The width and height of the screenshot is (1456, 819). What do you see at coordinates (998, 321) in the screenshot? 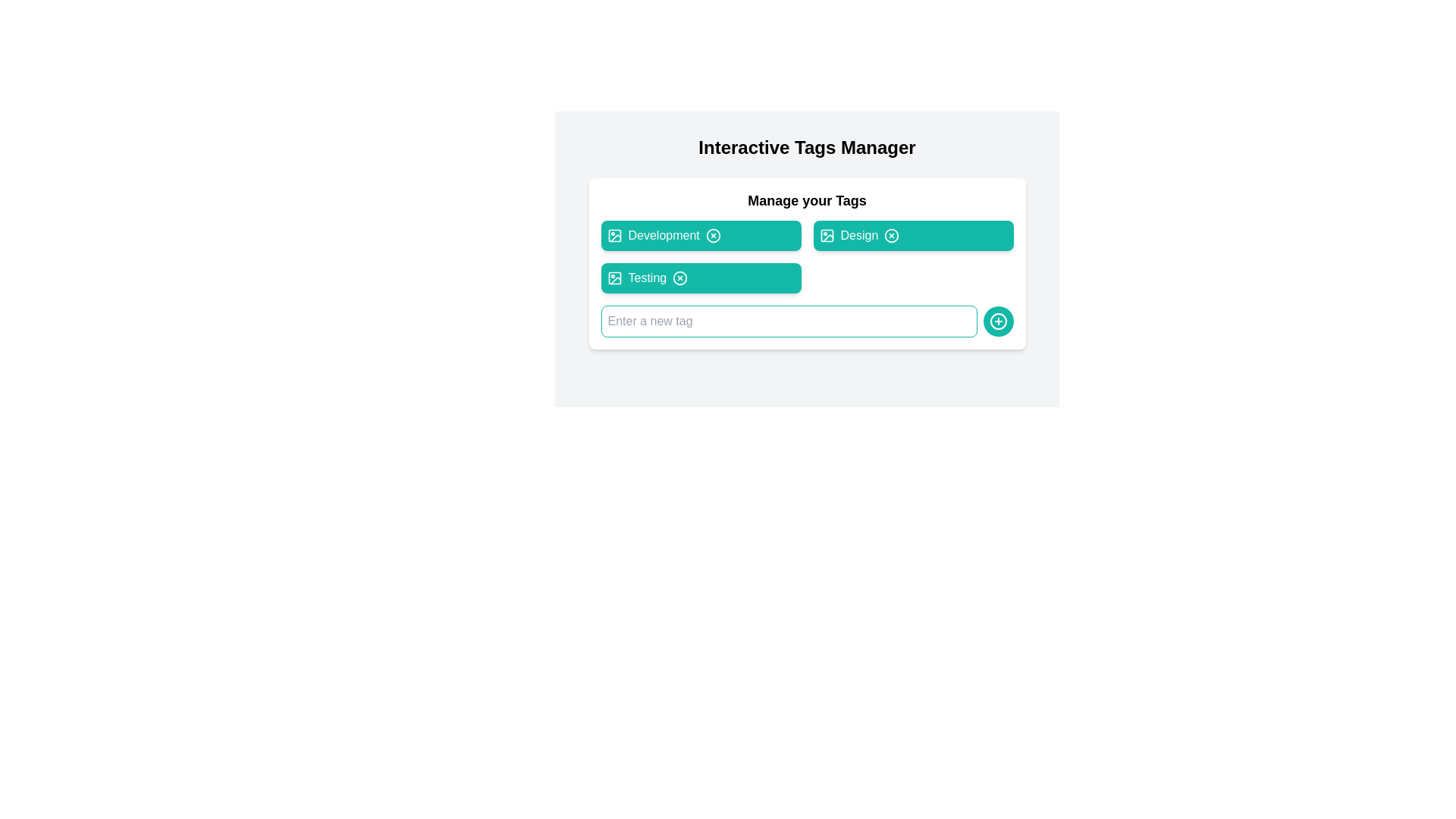
I see `the circular teal button with a white '+' symbol located at the bottom-right corner of the main tag management module` at bounding box center [998, 321].